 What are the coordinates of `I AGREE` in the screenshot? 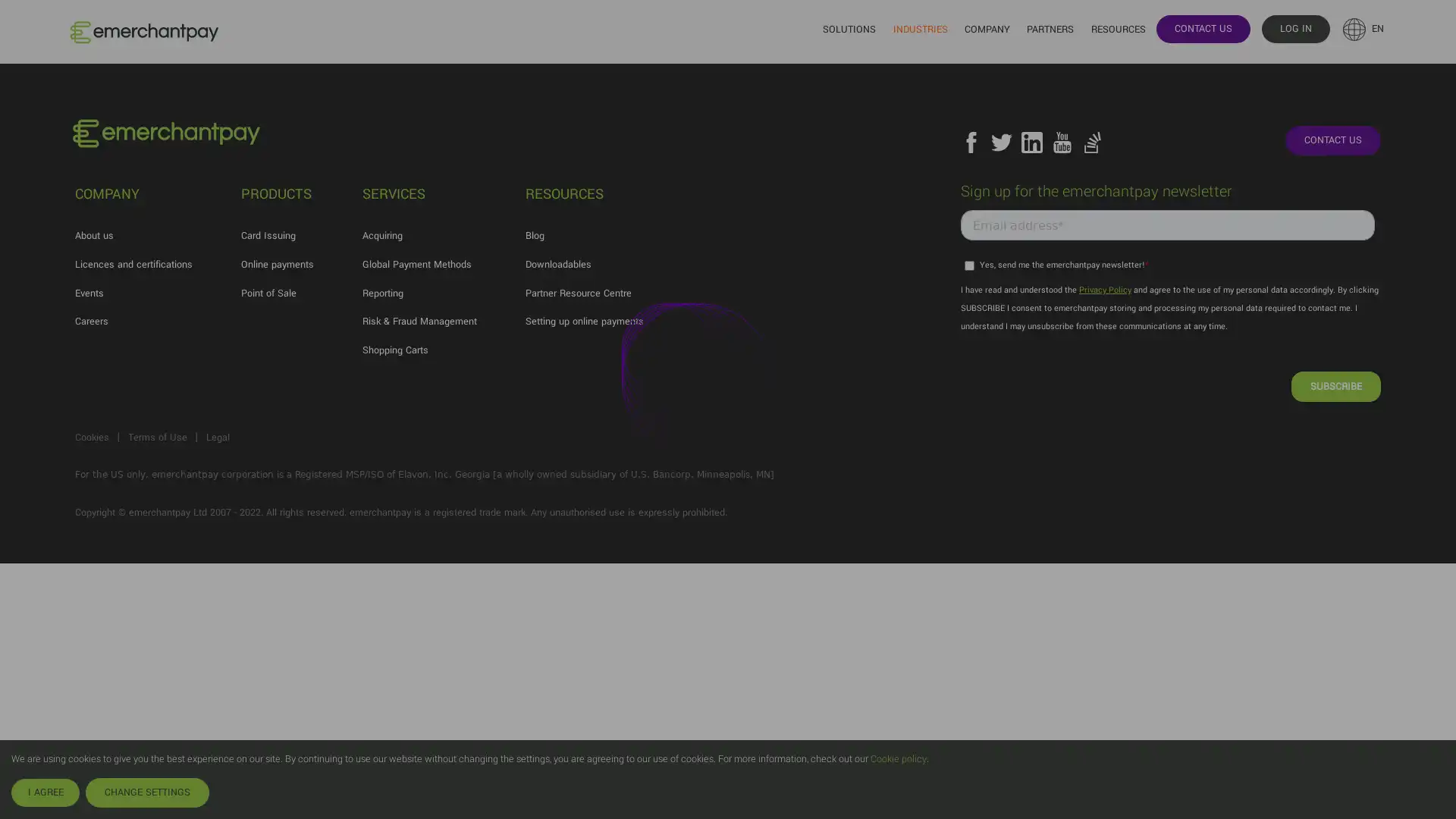 It's located at (45, 792).